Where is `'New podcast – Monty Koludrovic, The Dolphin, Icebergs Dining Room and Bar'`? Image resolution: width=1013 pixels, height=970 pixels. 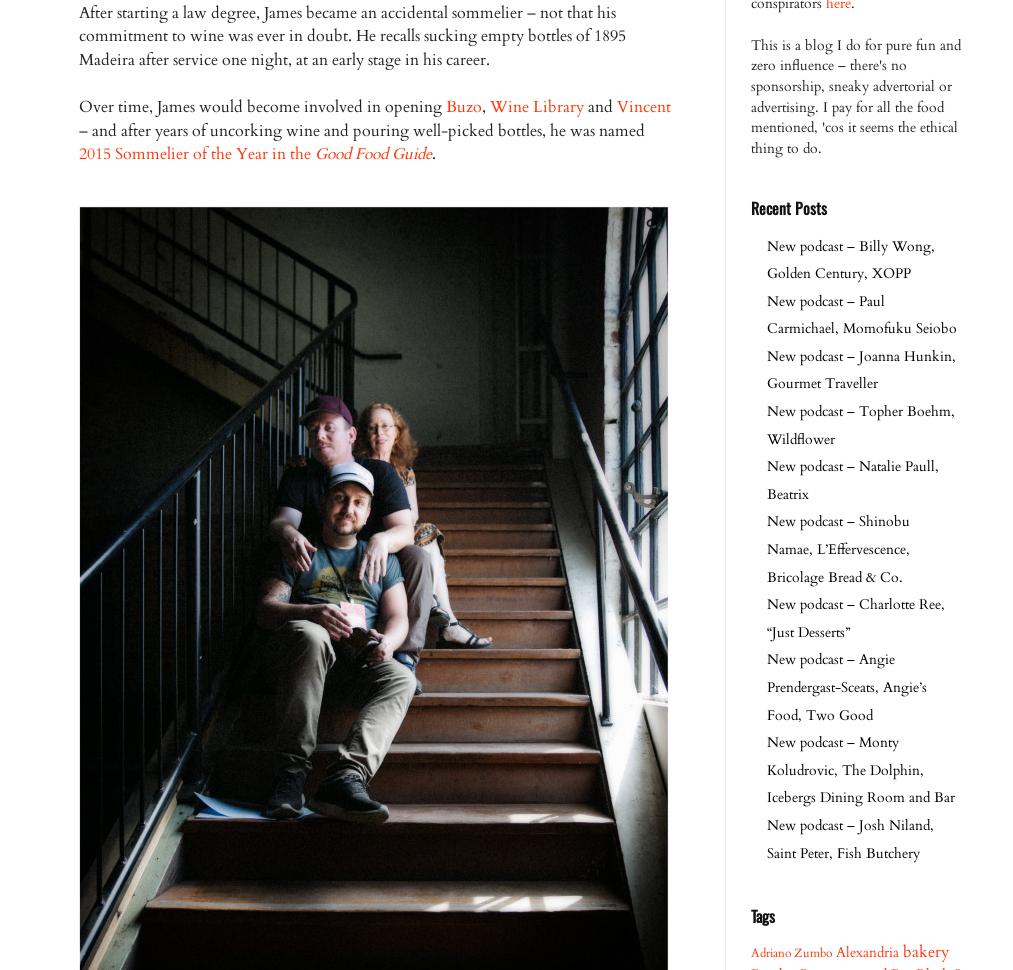
'New podcast – Monty Koludrovic, The Dolphin, Icebergs Dining Room and Bar' is located at coordinates (767, 768).